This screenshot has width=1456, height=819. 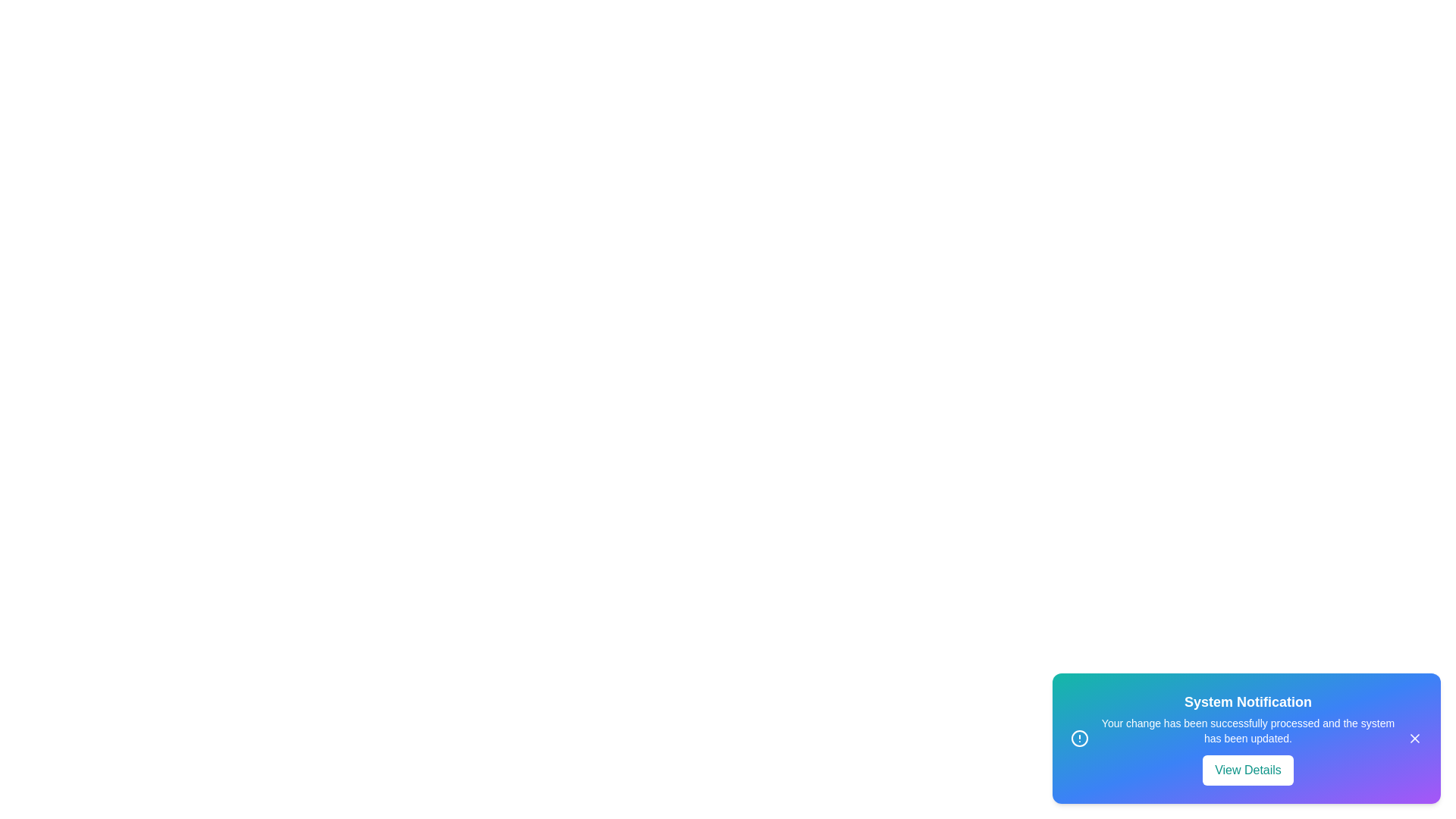 What do you see at coordinates (1079, 738) in the screenshot?
I see `the informational icon in the snackbar` at bounding box center [1079, 738].